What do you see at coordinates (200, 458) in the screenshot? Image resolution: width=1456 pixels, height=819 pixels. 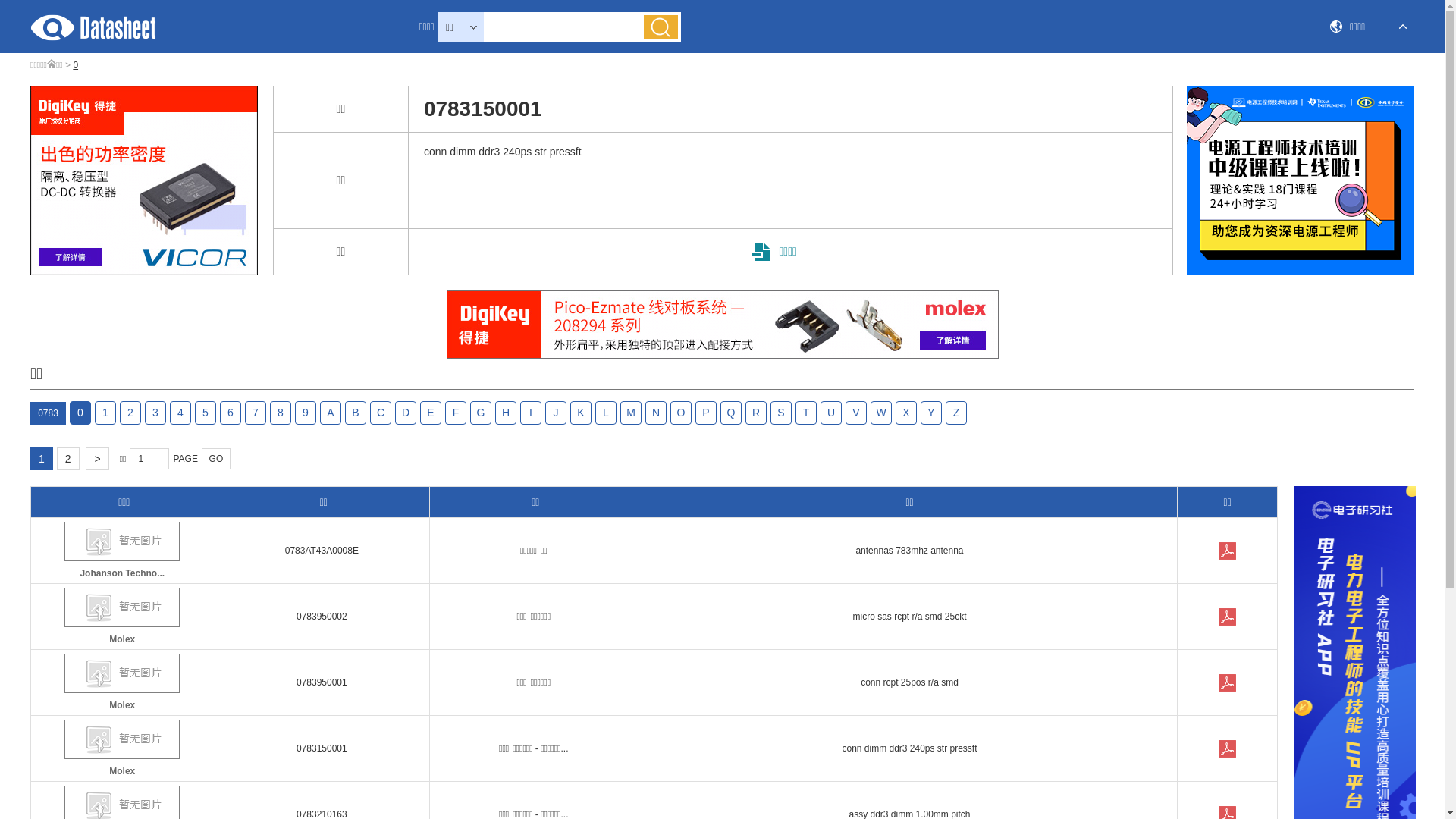 I see `'GO'` at bounding box center [200, 458].